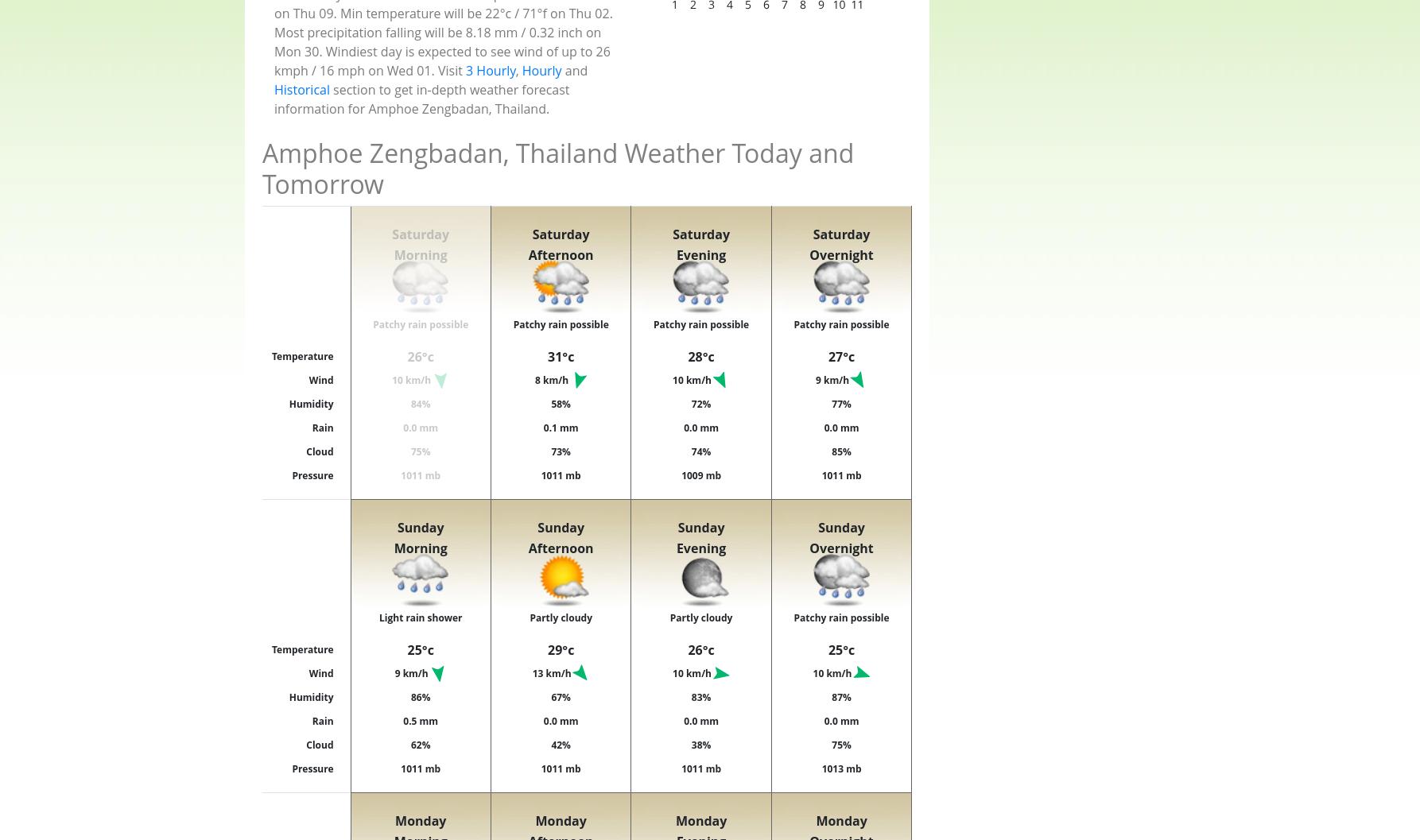 Image resolution: width=1420 pixels, height=840 pixels. Describe the element at coordinates (560, 744) in the screenshot. I see `'42%'` at that location.